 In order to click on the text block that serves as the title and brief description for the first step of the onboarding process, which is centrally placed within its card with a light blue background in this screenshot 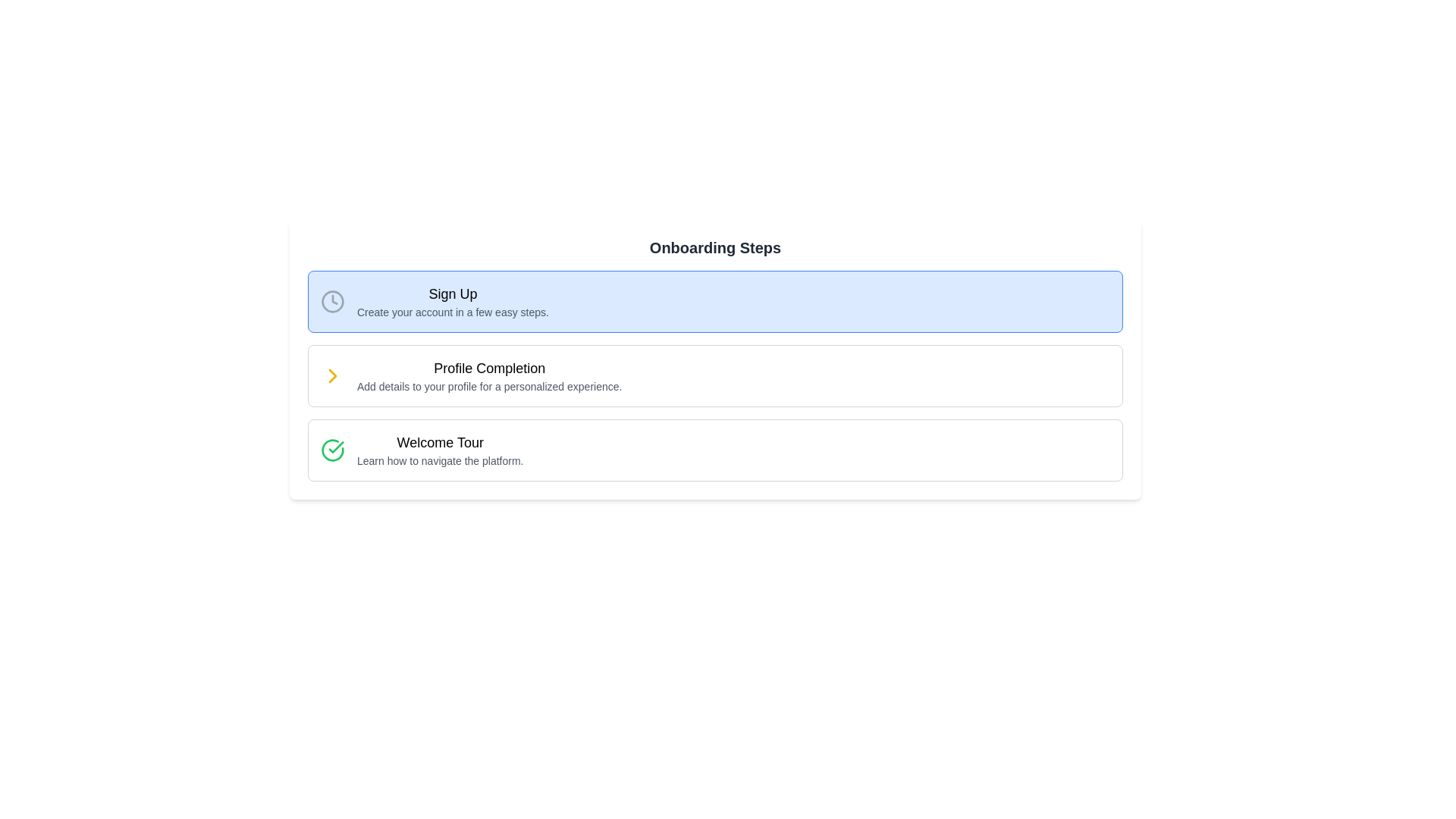, I will do `click(452, 301)`.